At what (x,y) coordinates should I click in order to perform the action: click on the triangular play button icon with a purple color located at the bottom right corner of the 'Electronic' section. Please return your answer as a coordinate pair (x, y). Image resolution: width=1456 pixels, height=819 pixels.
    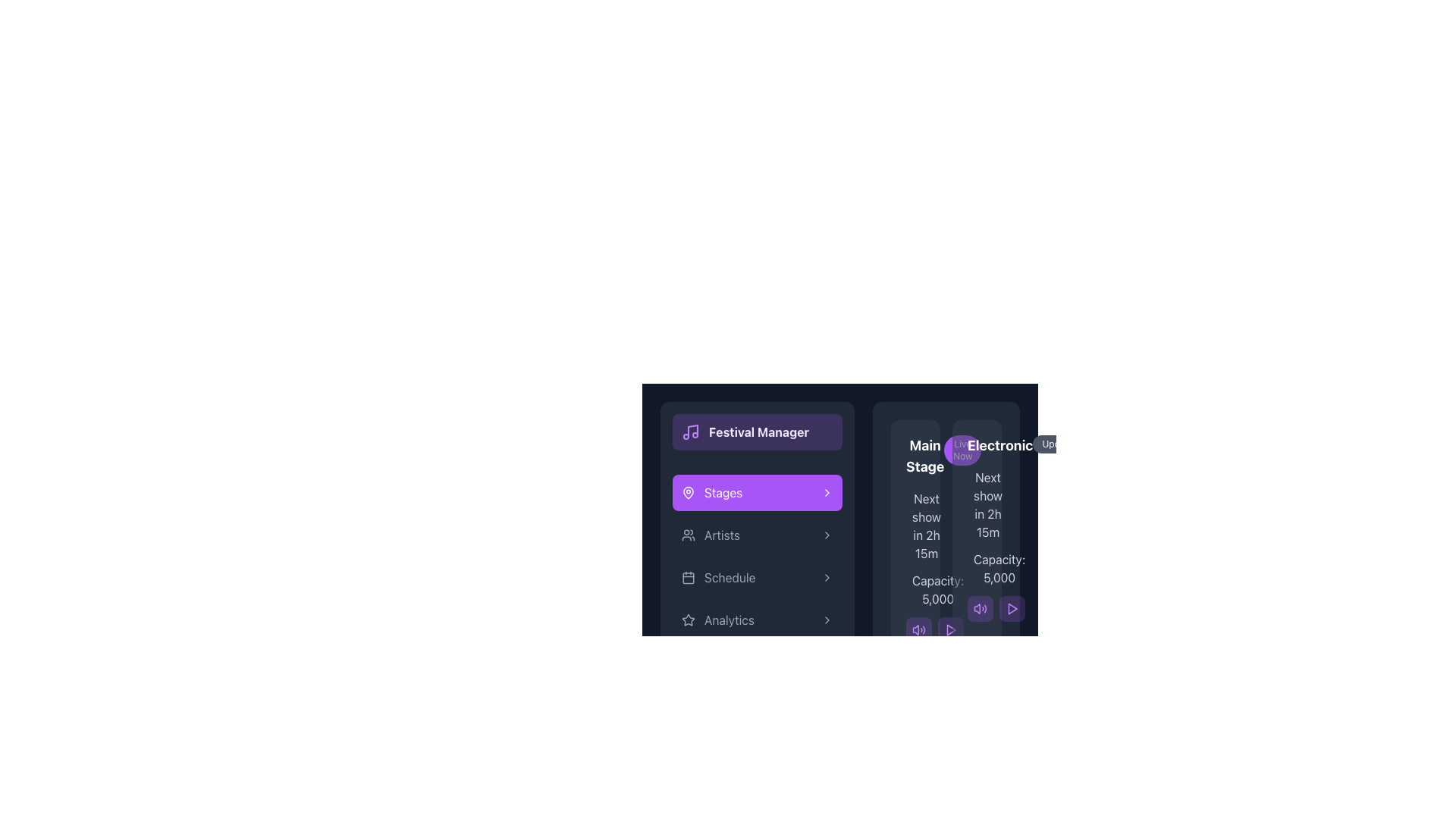
    Looking at the image, I should click on (1012, 607).